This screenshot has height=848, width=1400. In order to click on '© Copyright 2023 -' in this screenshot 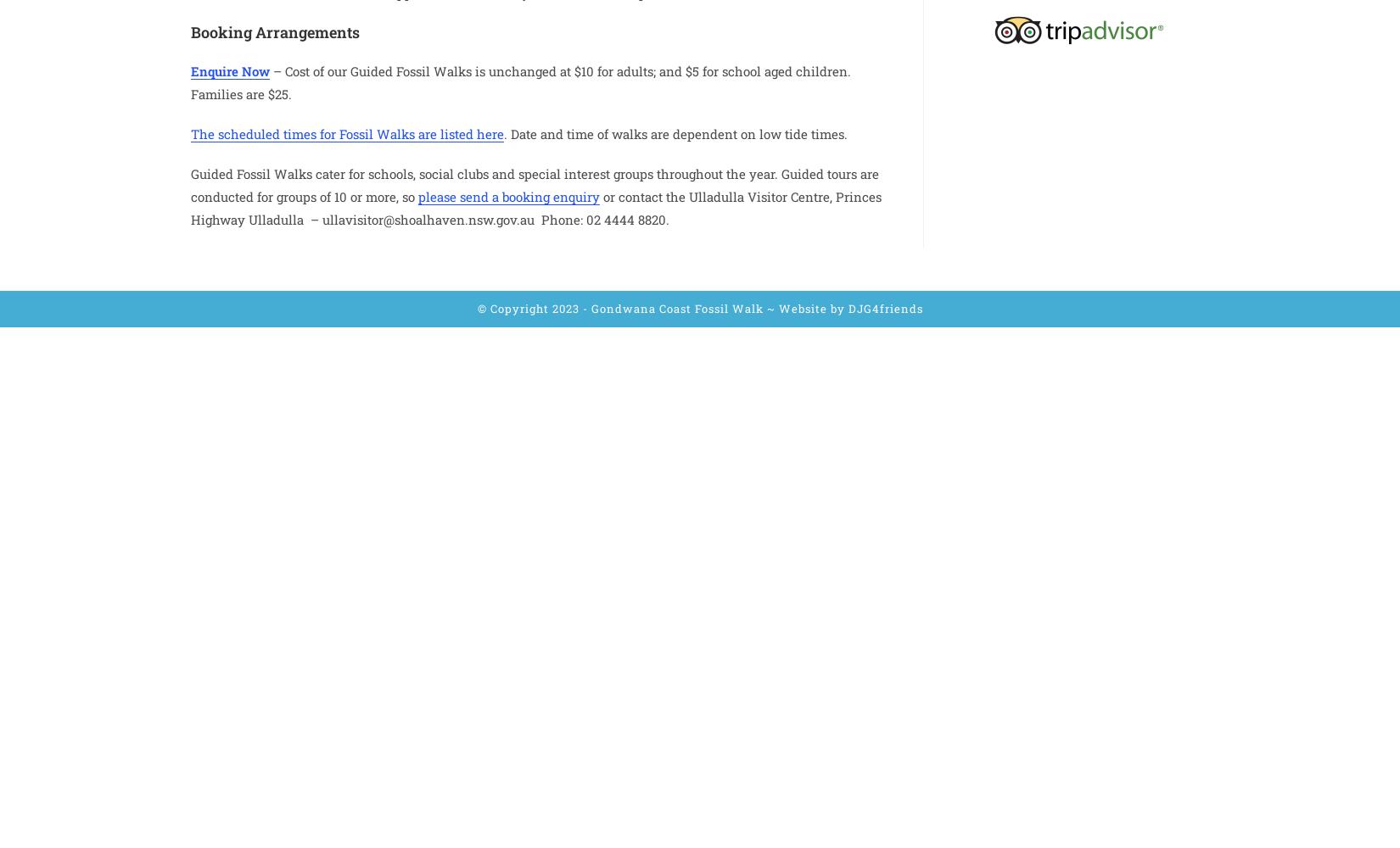, I will do `click(532, 307)`.